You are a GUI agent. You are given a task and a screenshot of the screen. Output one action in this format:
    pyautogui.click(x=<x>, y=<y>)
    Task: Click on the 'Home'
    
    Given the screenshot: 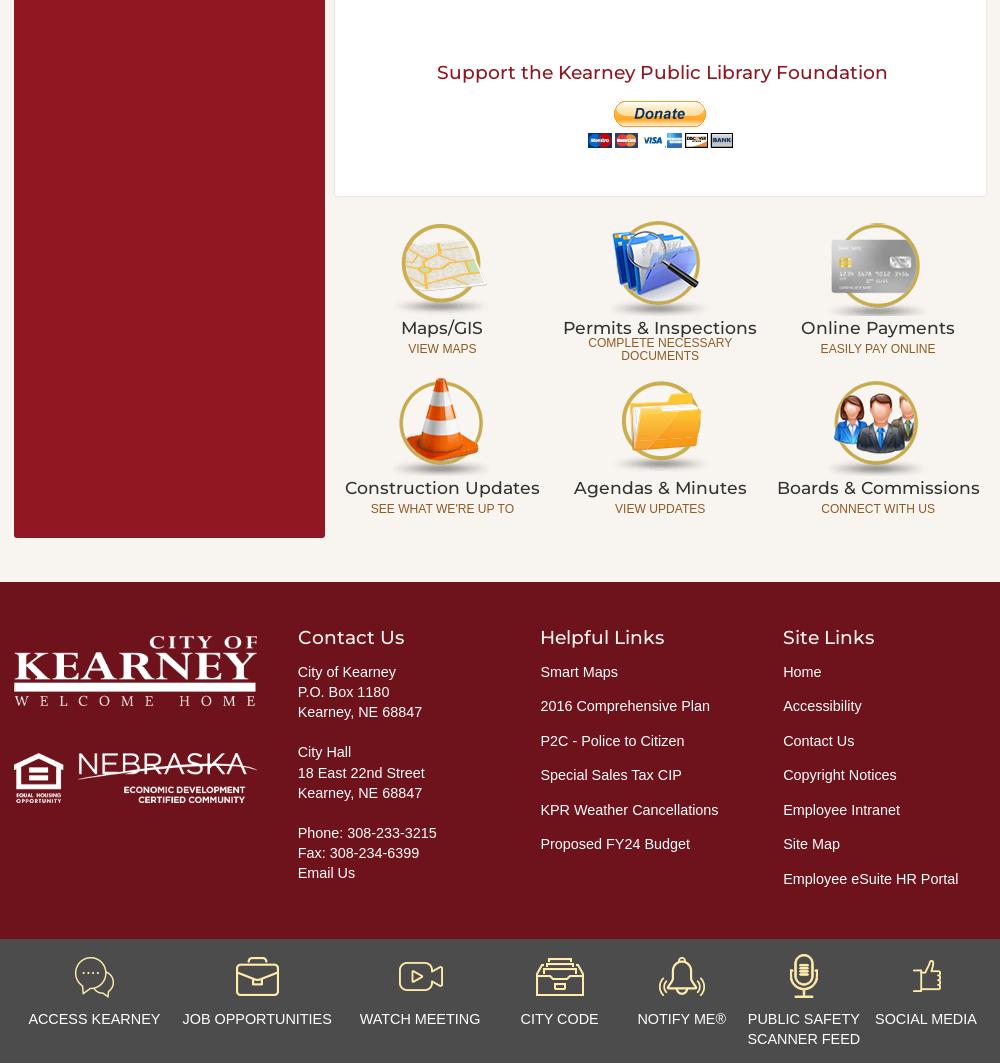 What is the action you would take?
    pyautogui.click(x=802, y=669)
    